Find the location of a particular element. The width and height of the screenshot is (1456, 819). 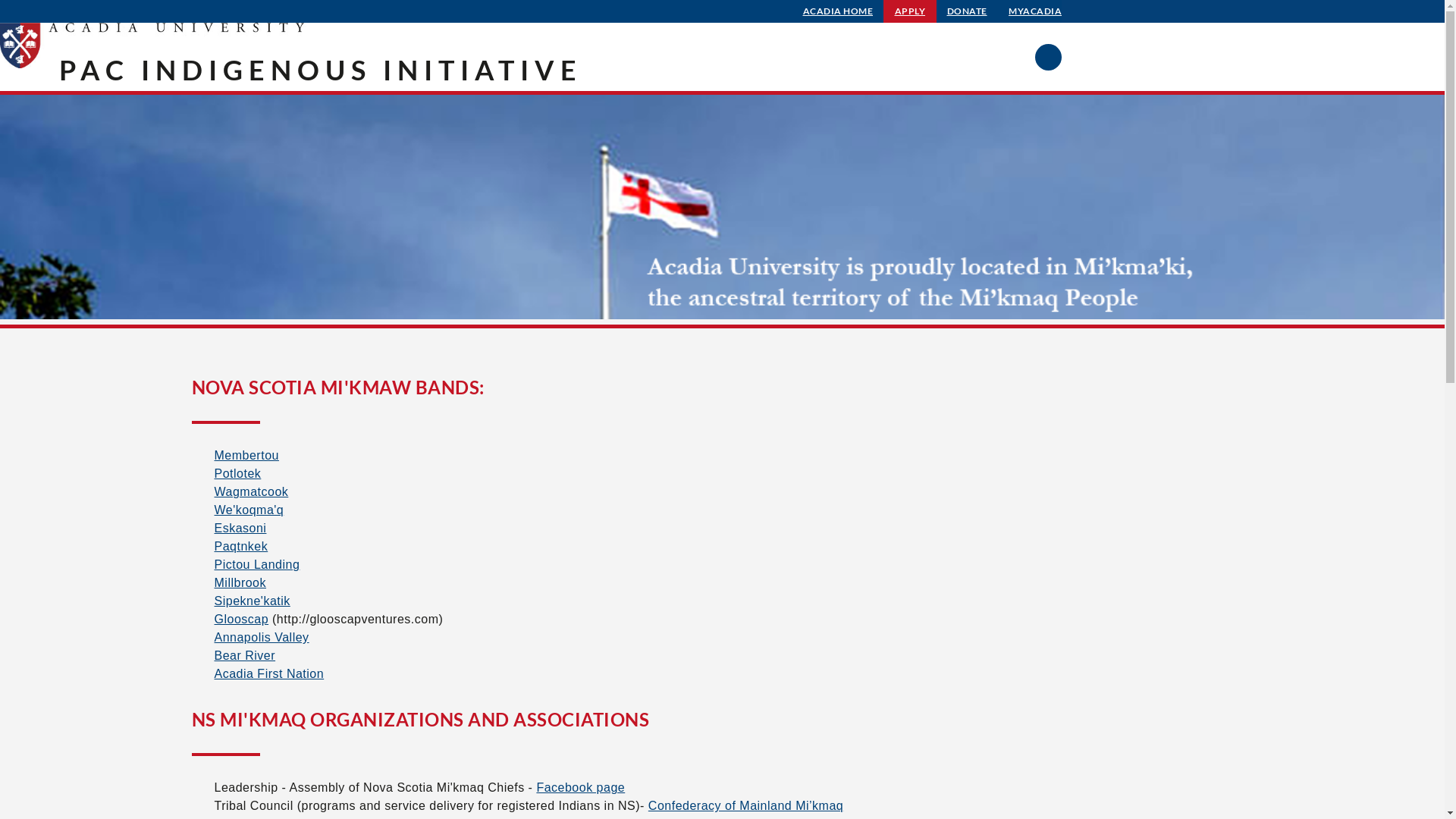

'We'koqma'q' is located at coordinates (248, 510).